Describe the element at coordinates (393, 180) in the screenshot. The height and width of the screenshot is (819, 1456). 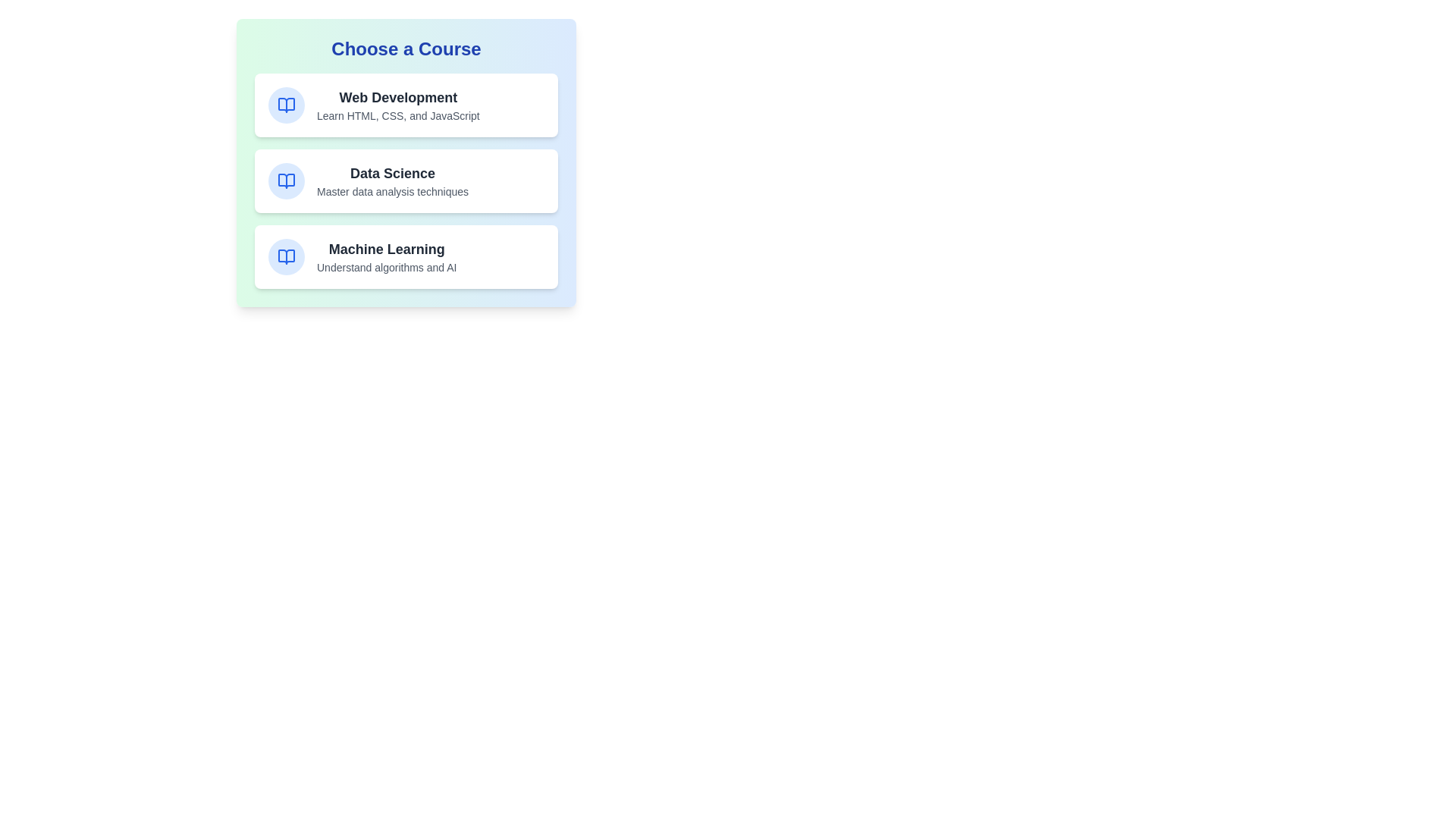
I see `the Text Block that provides a title and brief description for the 'Data Science' course, located in the second card of a vertical list between 'Web Development' and 'Machine Learning'` at that location.